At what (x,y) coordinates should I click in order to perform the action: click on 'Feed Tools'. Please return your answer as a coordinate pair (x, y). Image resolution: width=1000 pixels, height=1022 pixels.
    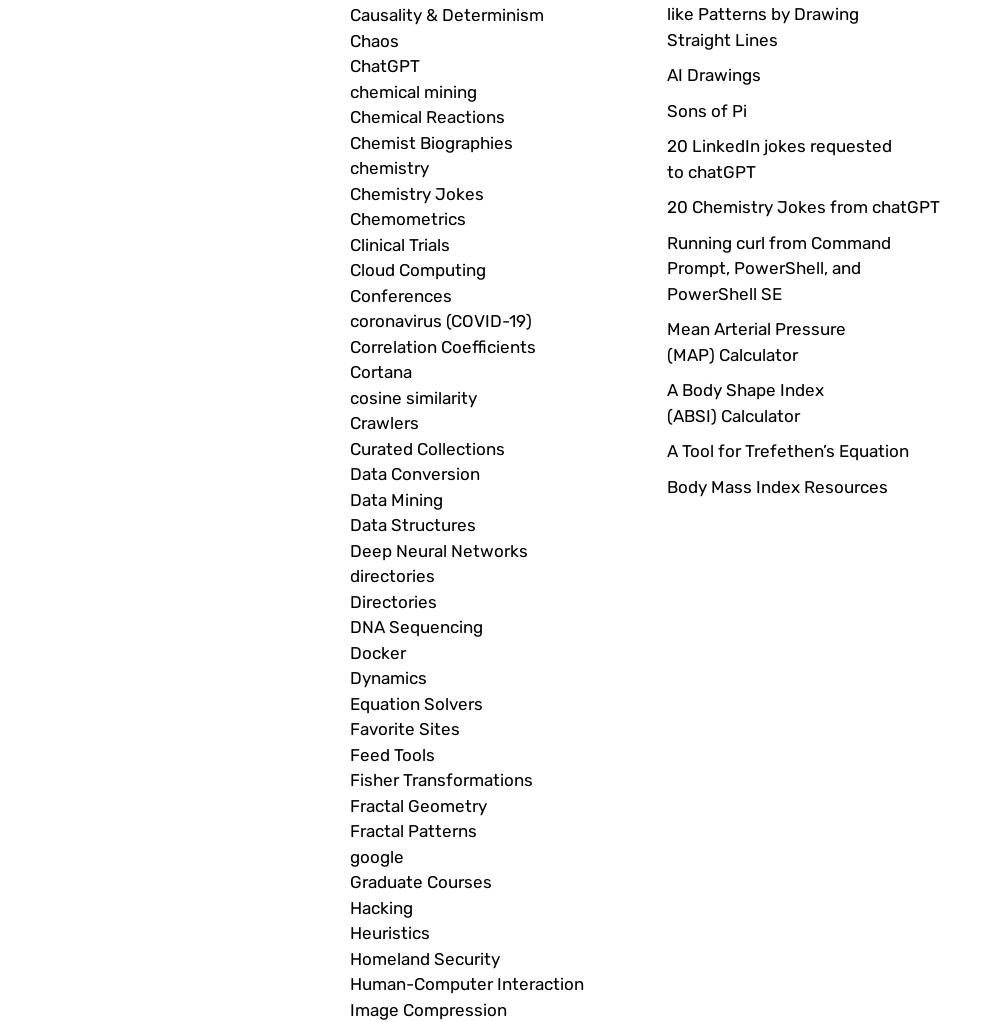
    Looking at the image, I should click on (392, 753).